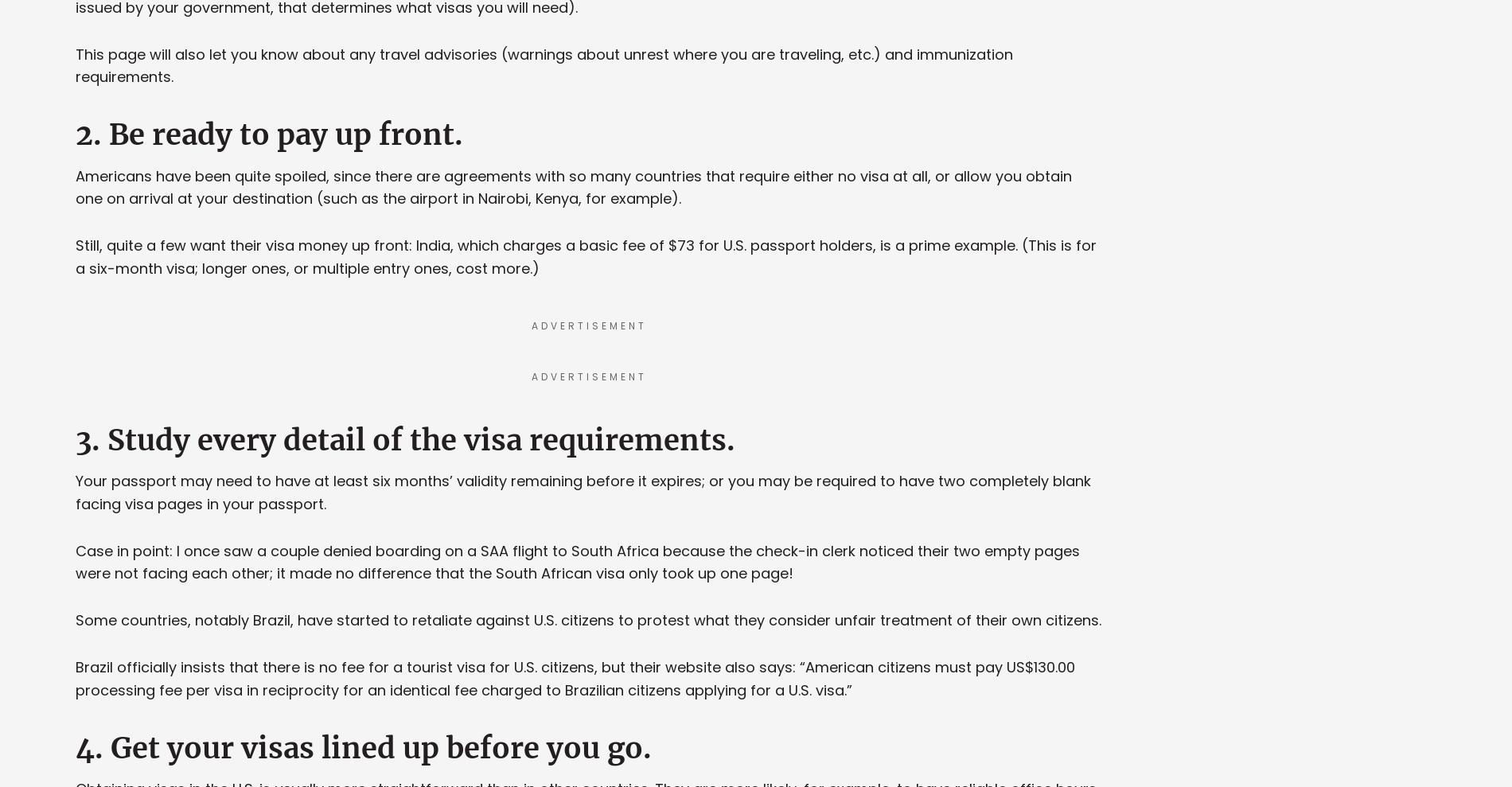  Describe the element at coordinates (573, 185) in the screenshot. I see `'Americans have been quite spoiled, since there are agreements with so many countries that require either no visa at all, or allow you obtain one on arrival at your destination (such as the airport in Nairobi, Kenya, for example).'` at that location.